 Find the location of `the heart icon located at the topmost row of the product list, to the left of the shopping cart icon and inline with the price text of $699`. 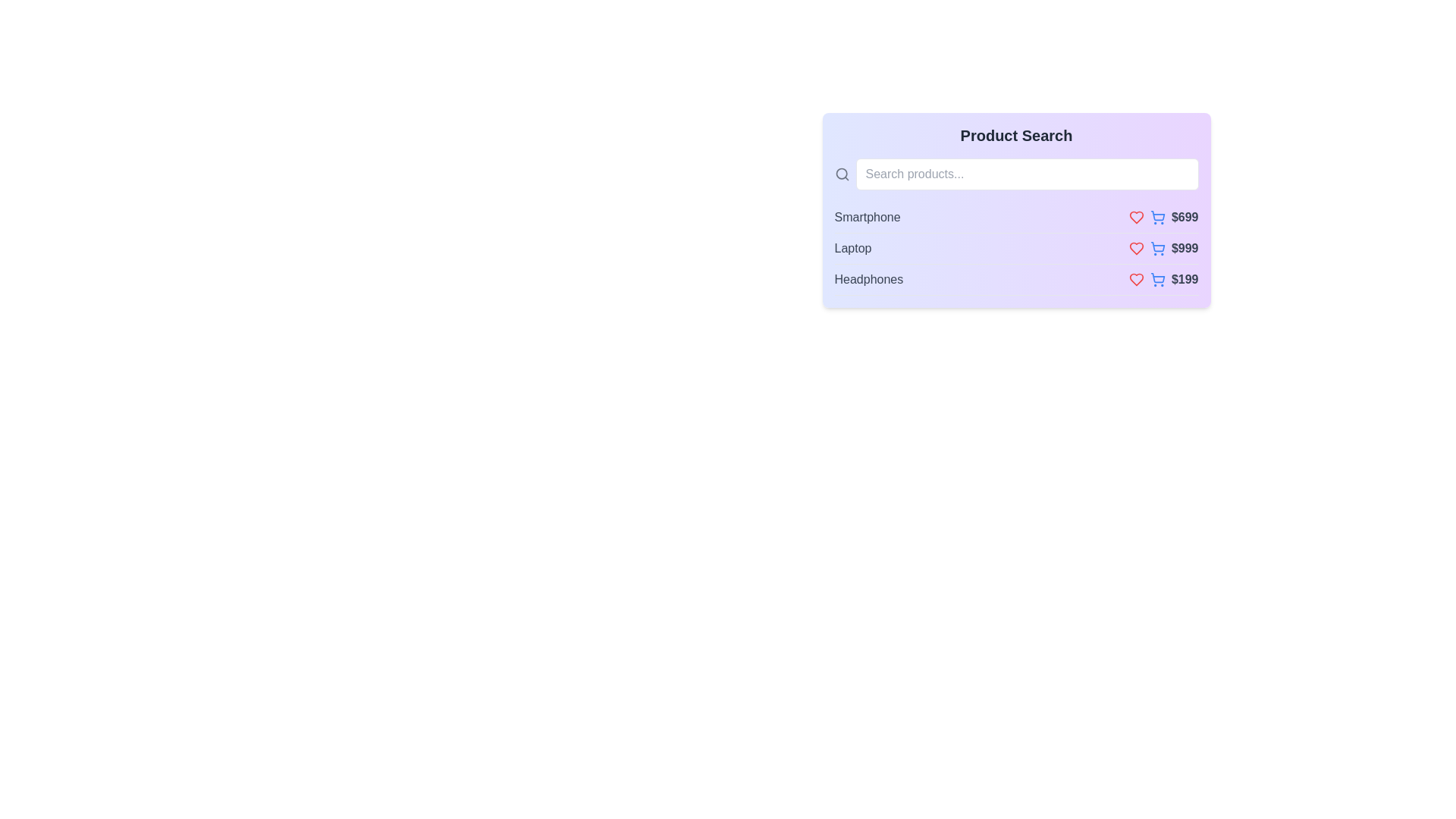

the heart icon located at the topmost row of the product list, to the left of the shopping cart icon and inline with the price text of $699 is located at coordinates (1136, 217).